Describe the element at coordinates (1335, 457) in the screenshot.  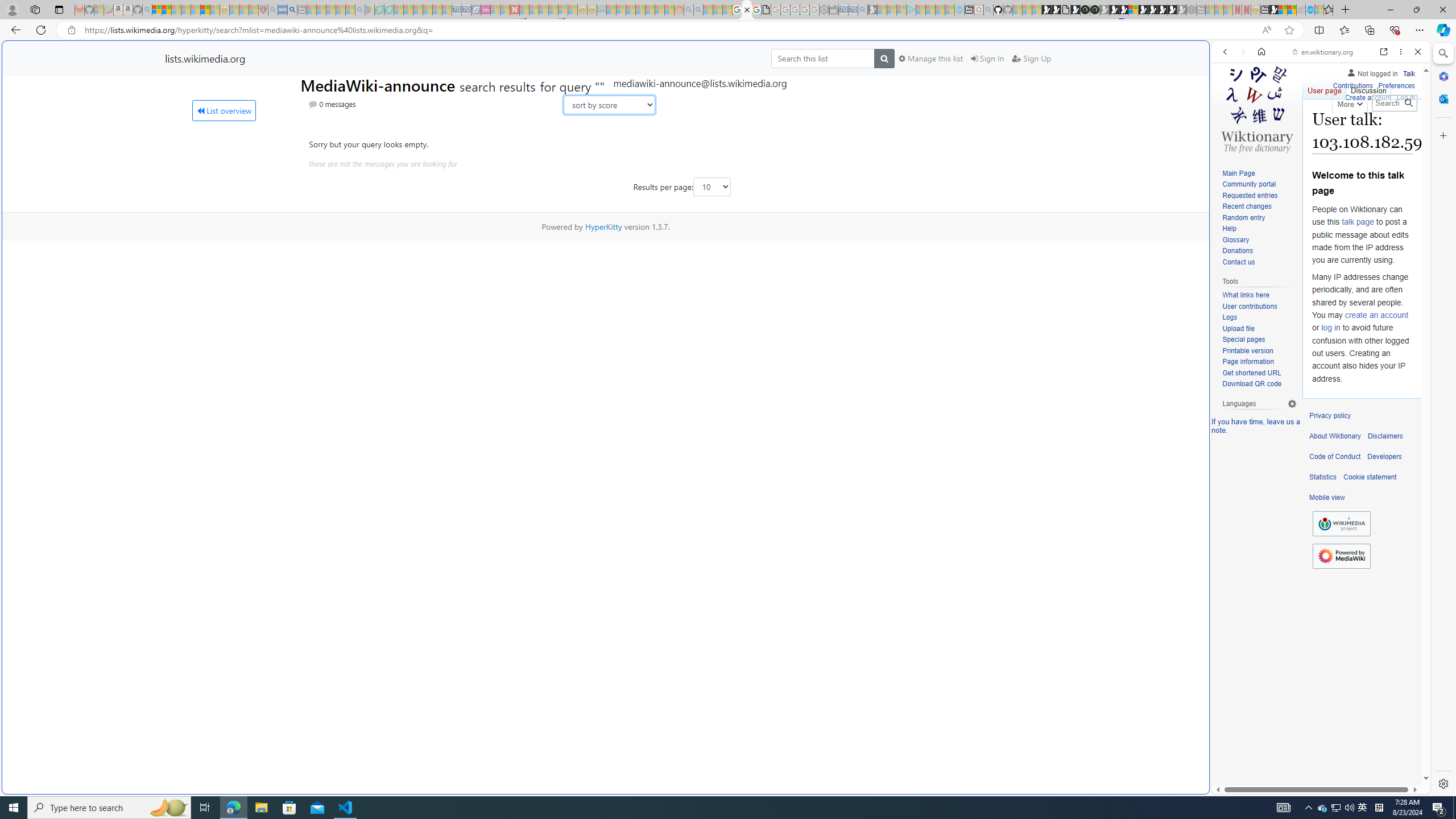
I see `'Code of Conduct'` at that location.